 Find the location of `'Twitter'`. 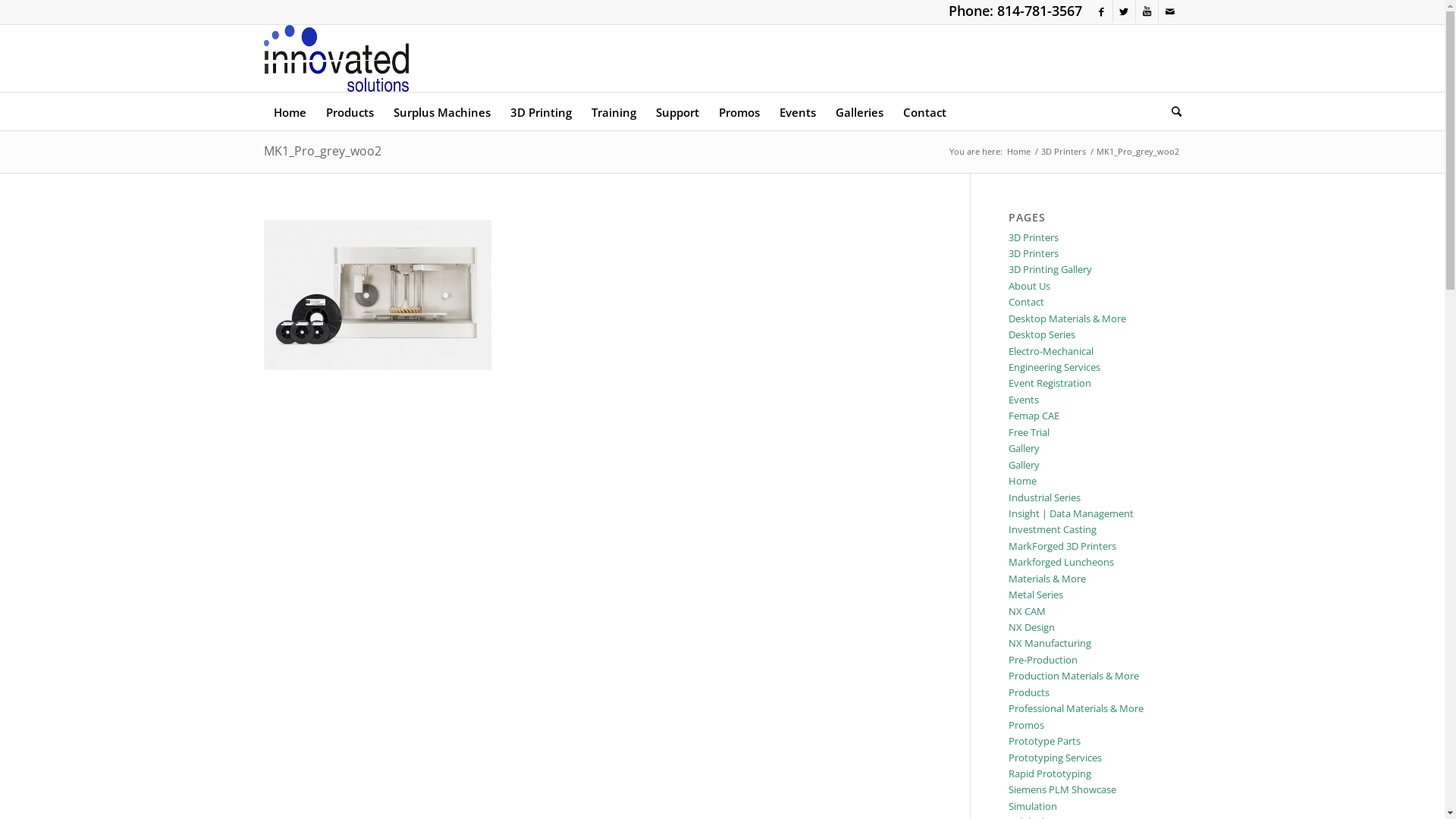

'Twitter' is located at coordinates (1124, 11).